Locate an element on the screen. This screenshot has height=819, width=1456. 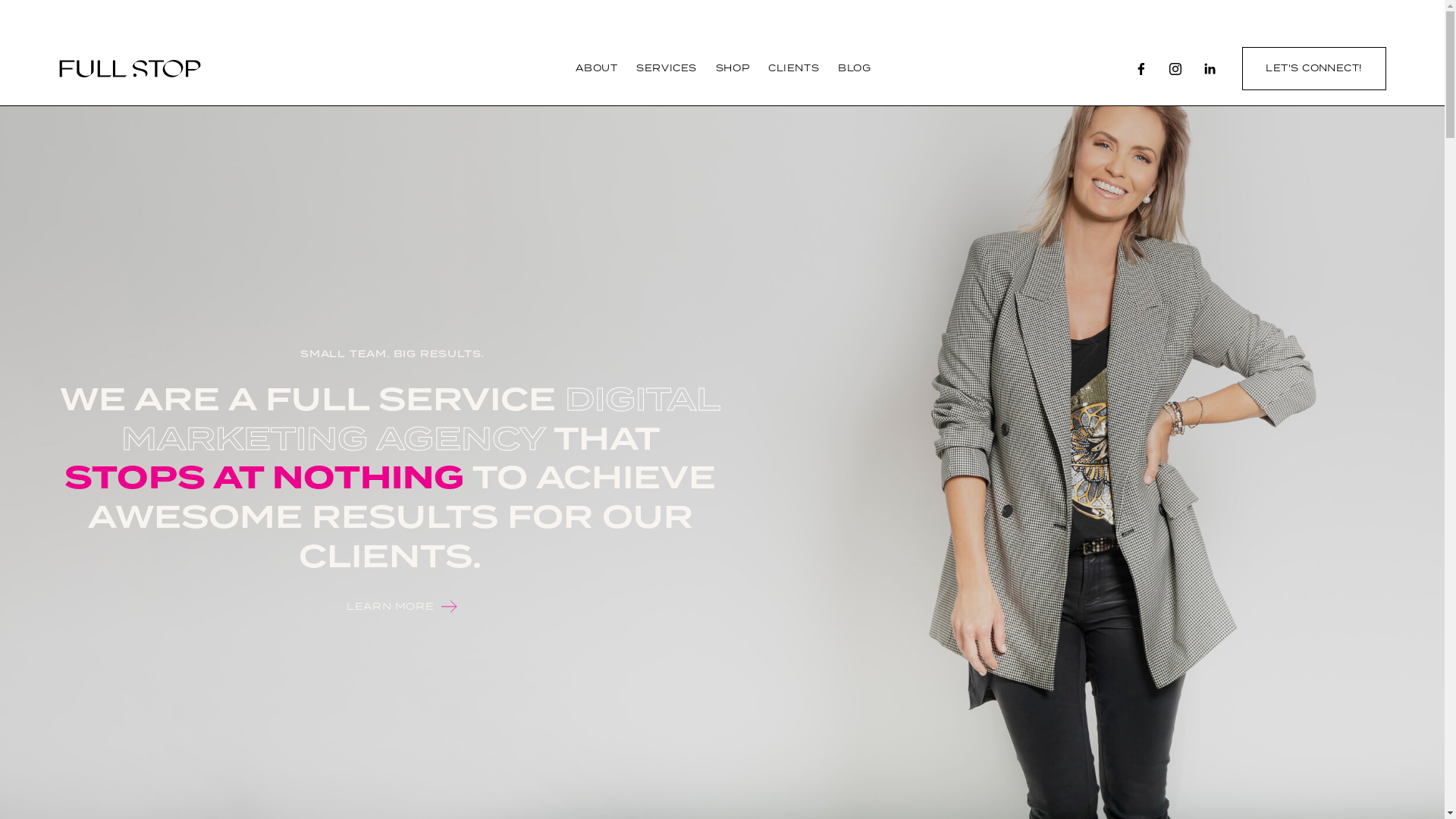
'SHOP' is located at coordinates (732, 69).